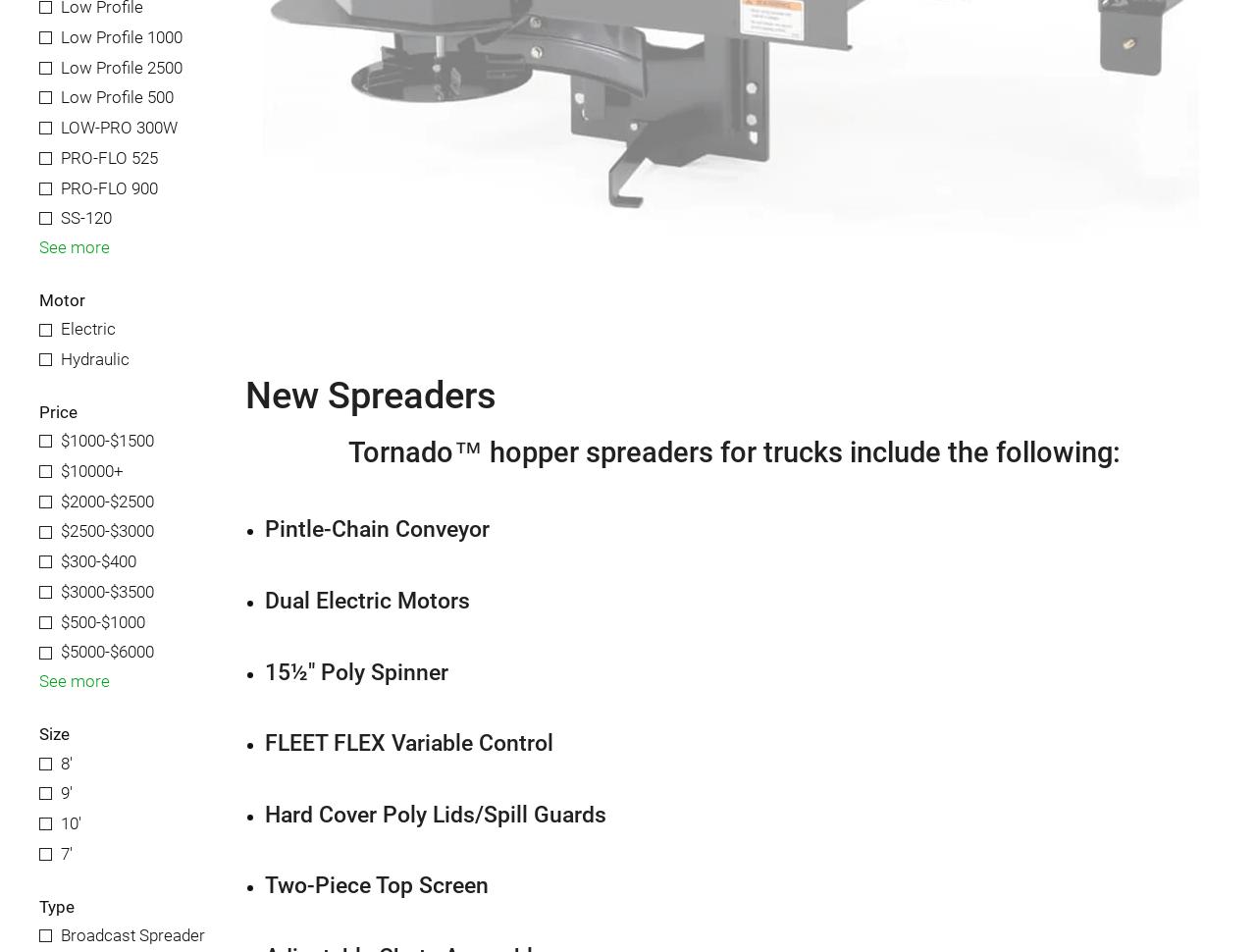  What do you see at coordinates (108, 185) in the screenshot?
I see `'PRO-FLO 900'` at bounding box center [108, 185].